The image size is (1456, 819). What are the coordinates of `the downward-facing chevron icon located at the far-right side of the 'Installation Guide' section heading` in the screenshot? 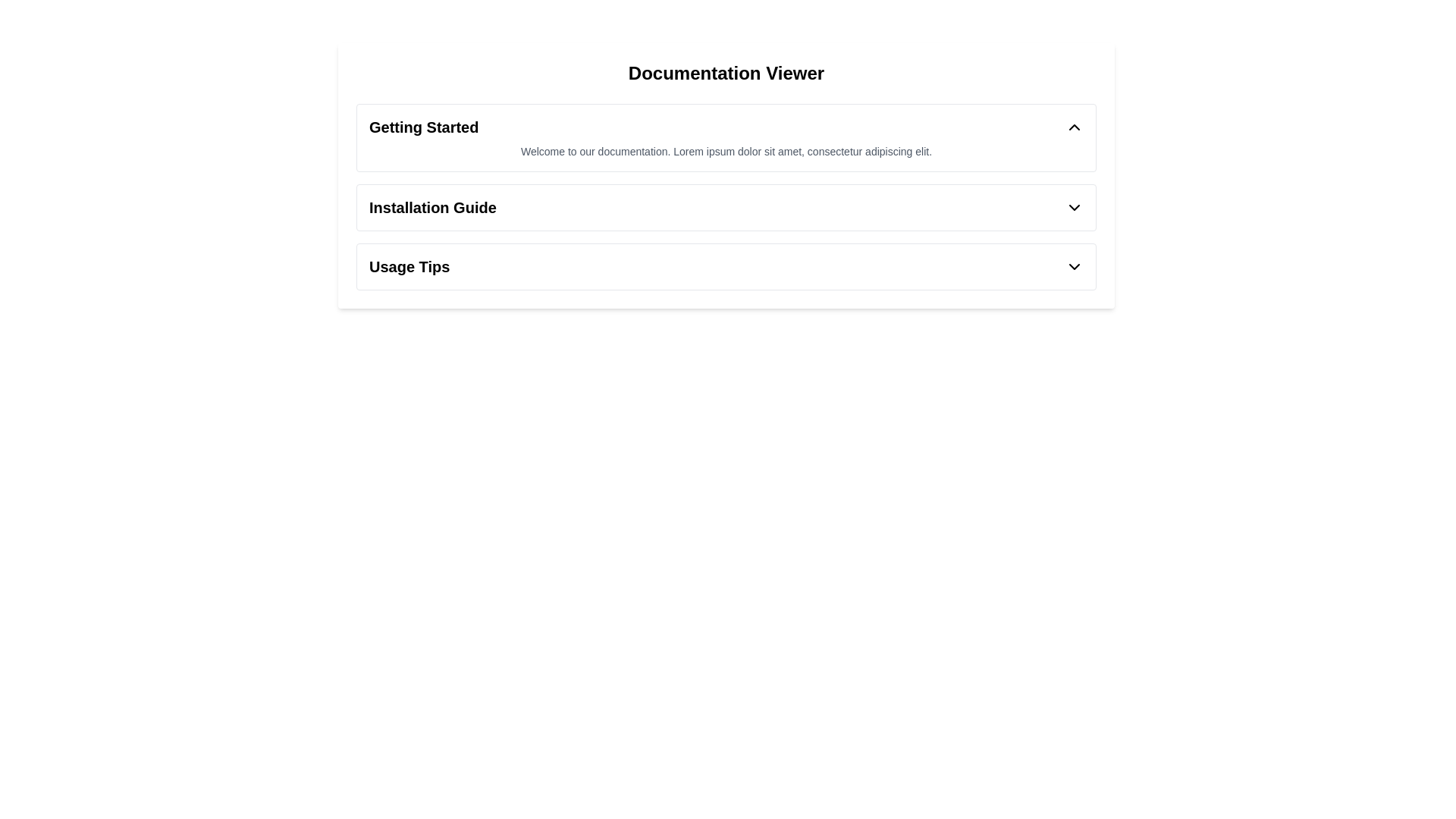 It's located at (1073, 207).